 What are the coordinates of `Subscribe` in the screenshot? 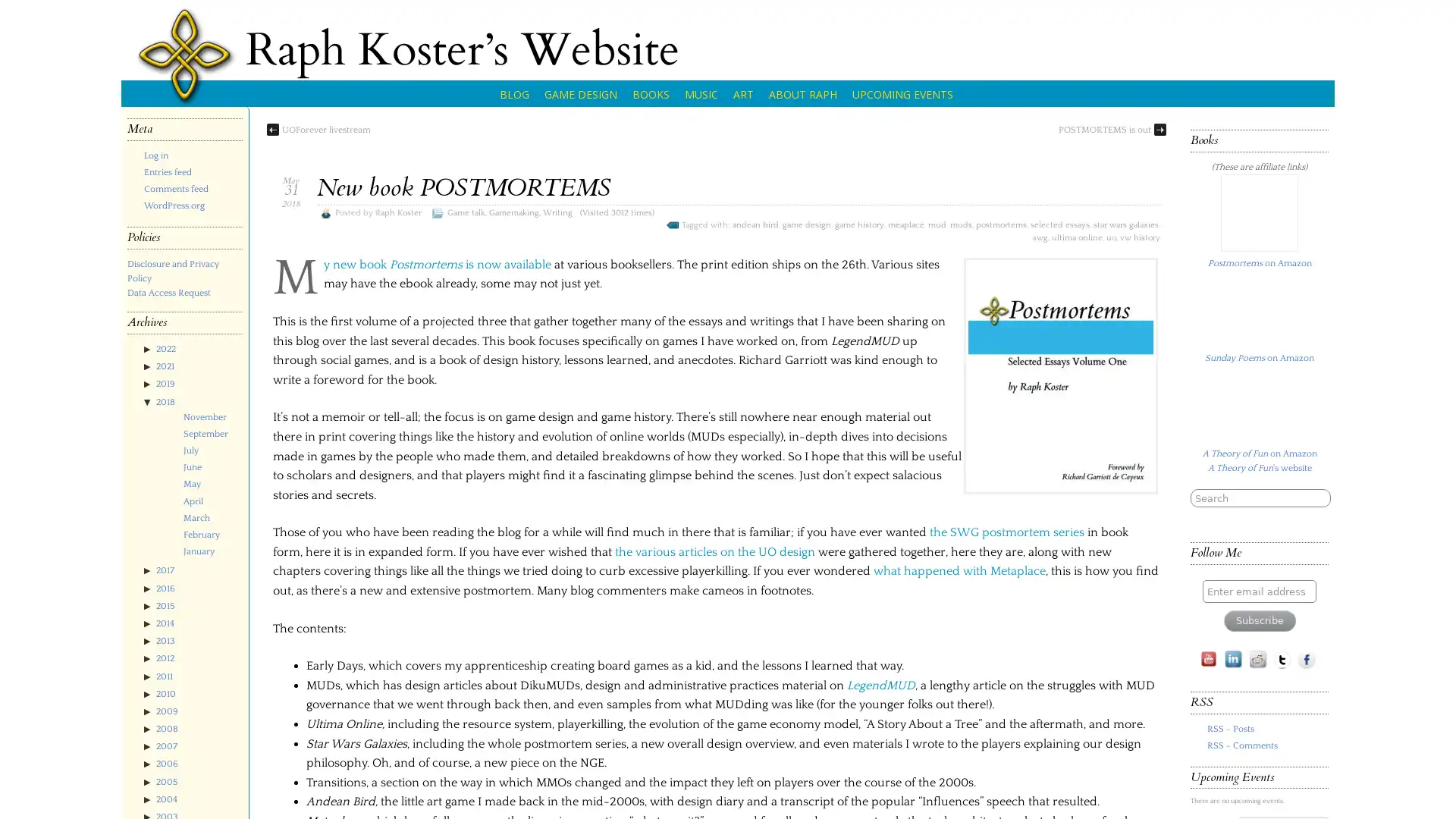 It's located at (1259, 693).